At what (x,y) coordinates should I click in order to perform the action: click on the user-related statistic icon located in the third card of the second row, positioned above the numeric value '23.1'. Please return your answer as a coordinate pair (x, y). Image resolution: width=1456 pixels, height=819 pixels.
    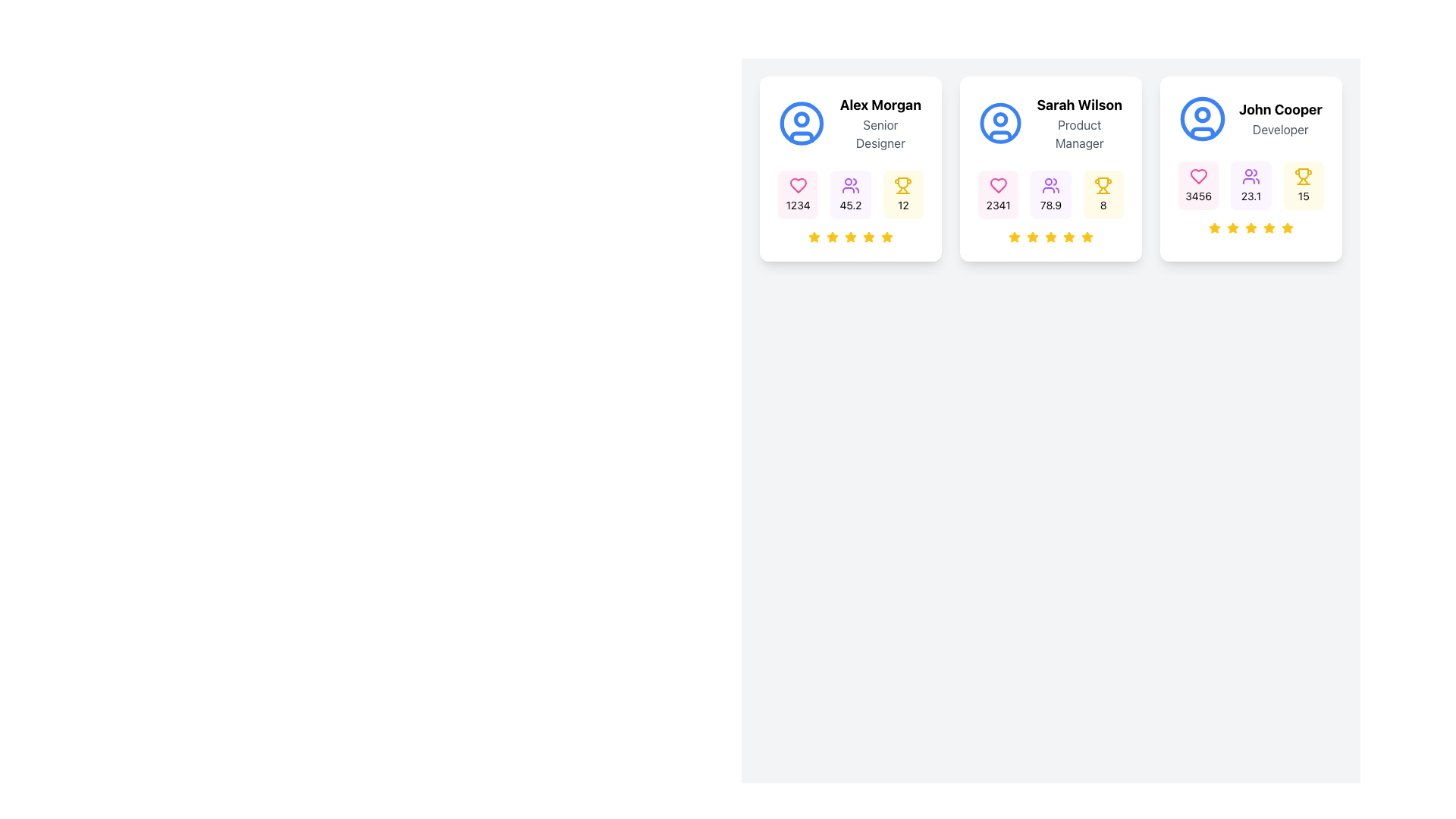
    Looking at the image, I should click on (1251, 175).